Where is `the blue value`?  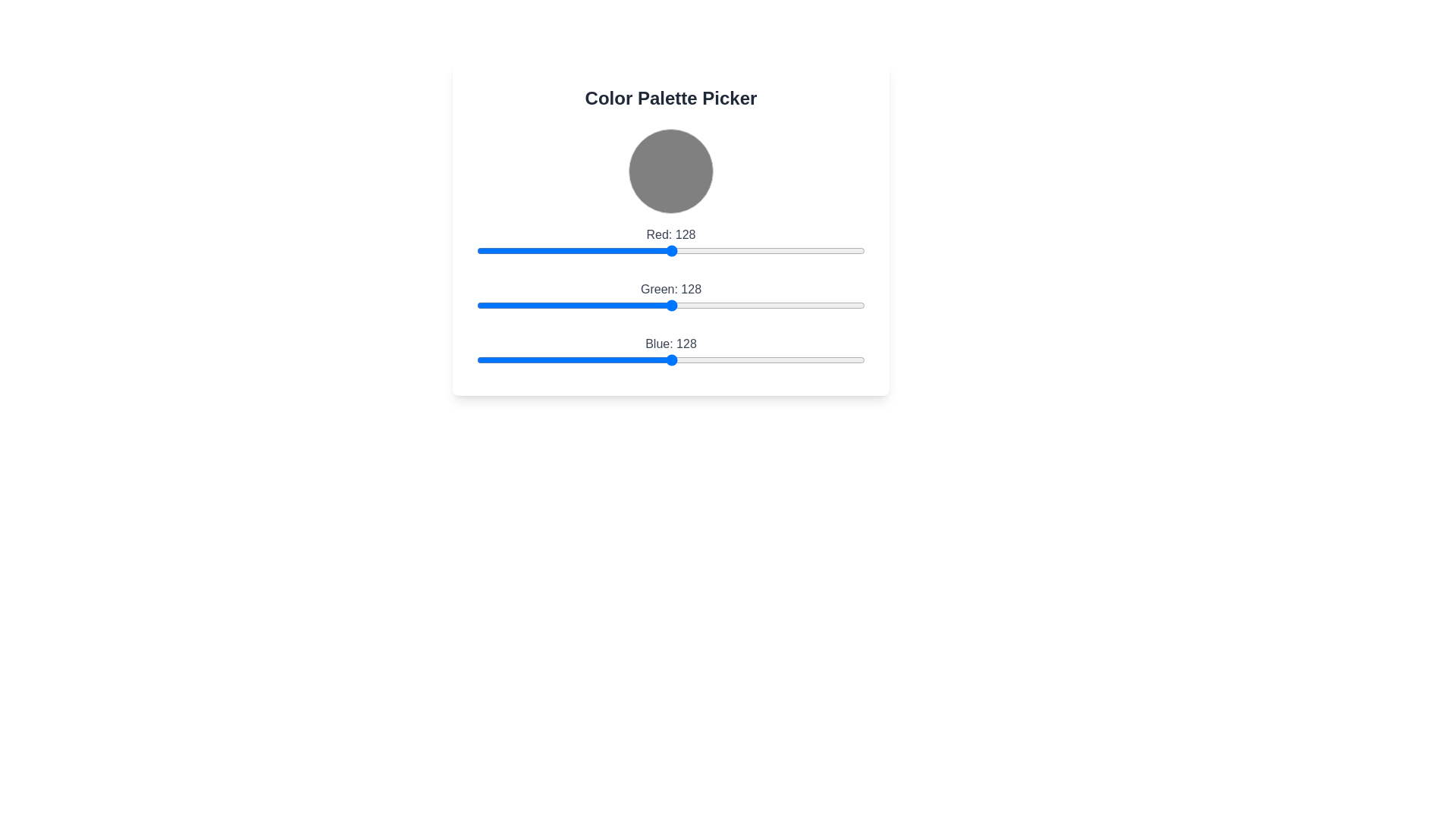 the blue value is located at coordinates (833, 359).